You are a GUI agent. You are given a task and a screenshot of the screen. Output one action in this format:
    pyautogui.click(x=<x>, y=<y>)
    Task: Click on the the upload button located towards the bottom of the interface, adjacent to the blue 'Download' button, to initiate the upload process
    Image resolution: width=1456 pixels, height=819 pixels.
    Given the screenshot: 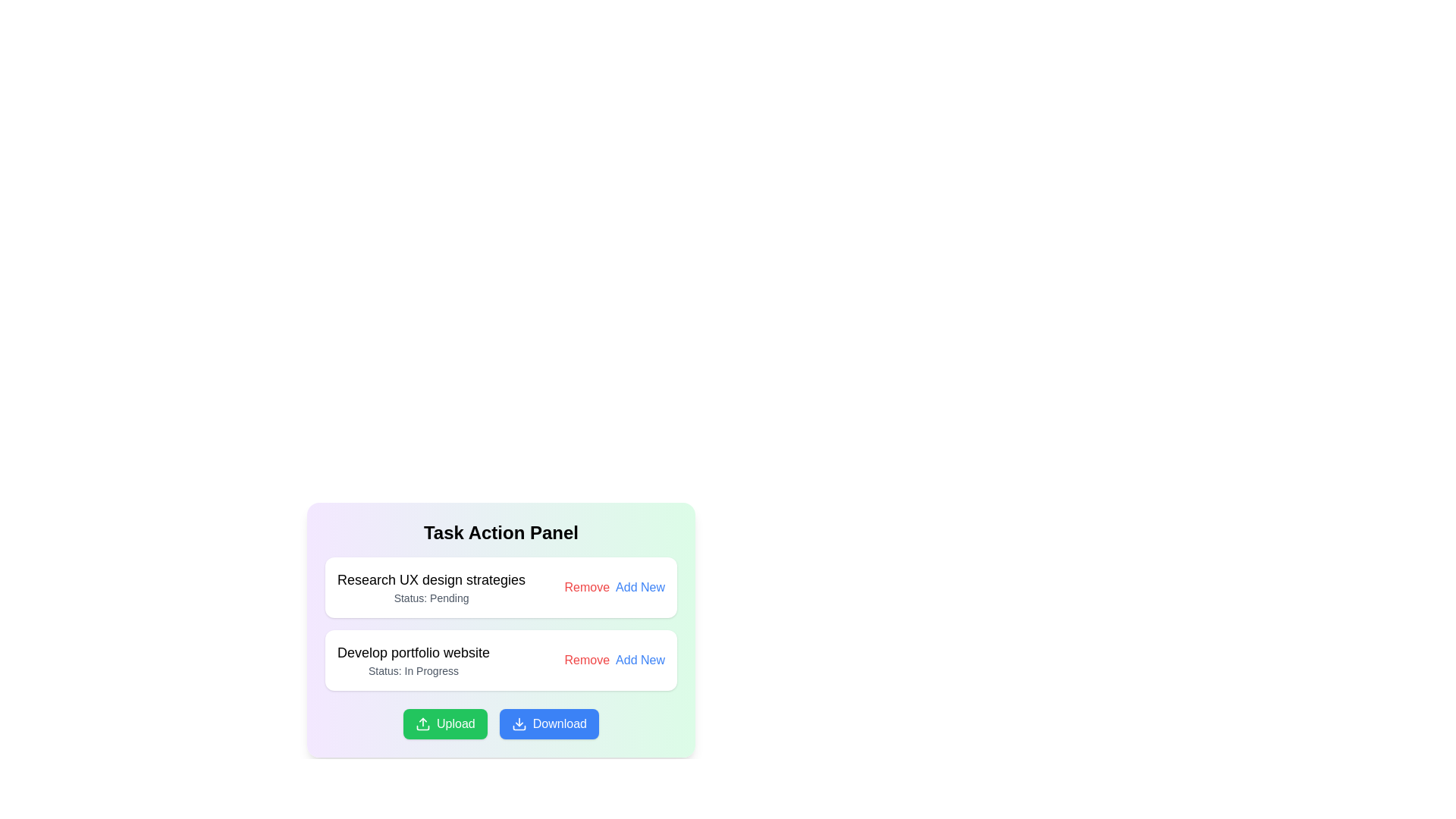 What is the action you would take?
    pyautogui.click(x=444, y=723)
    